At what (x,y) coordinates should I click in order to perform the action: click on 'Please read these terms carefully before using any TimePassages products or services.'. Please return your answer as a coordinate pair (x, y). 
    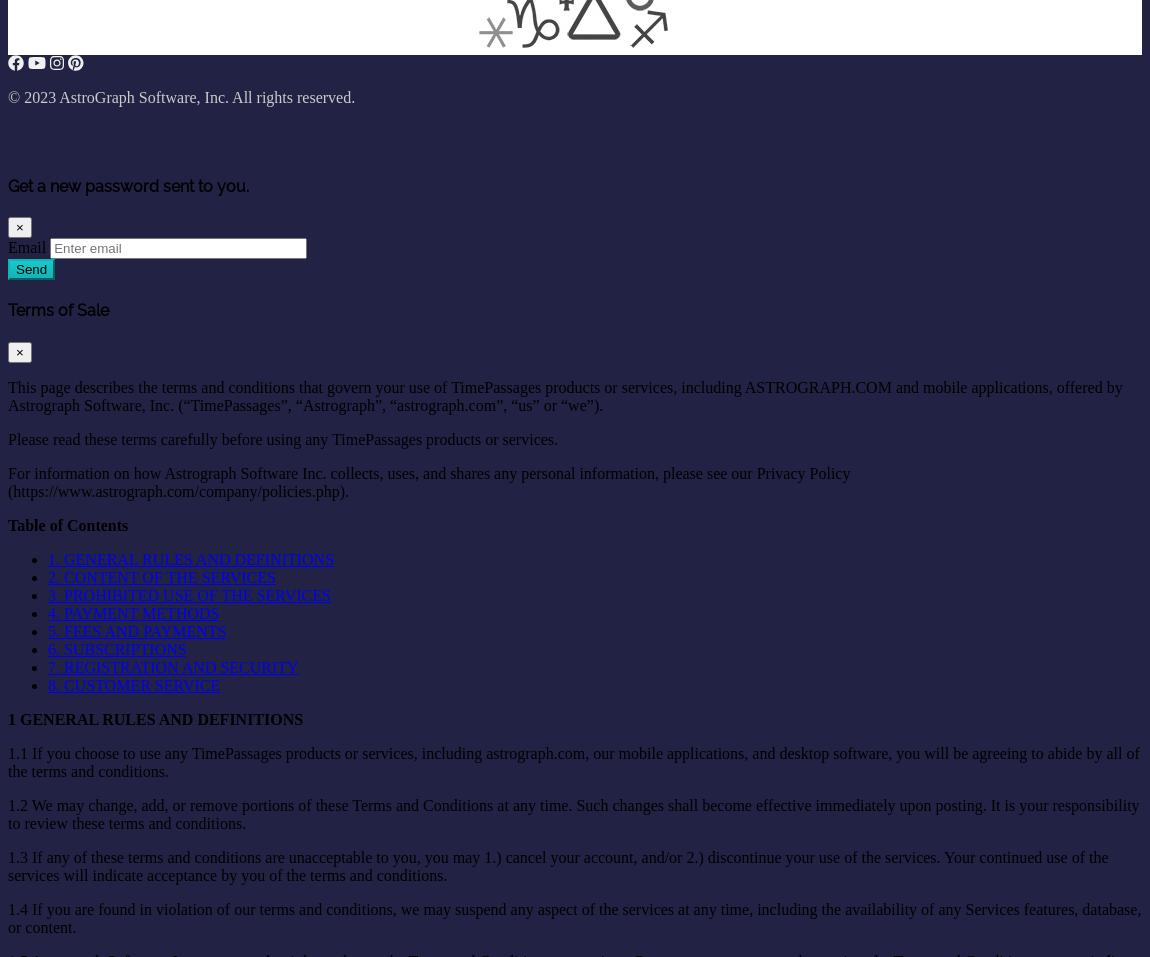
    Looking at the image, I should click on (282, 437).